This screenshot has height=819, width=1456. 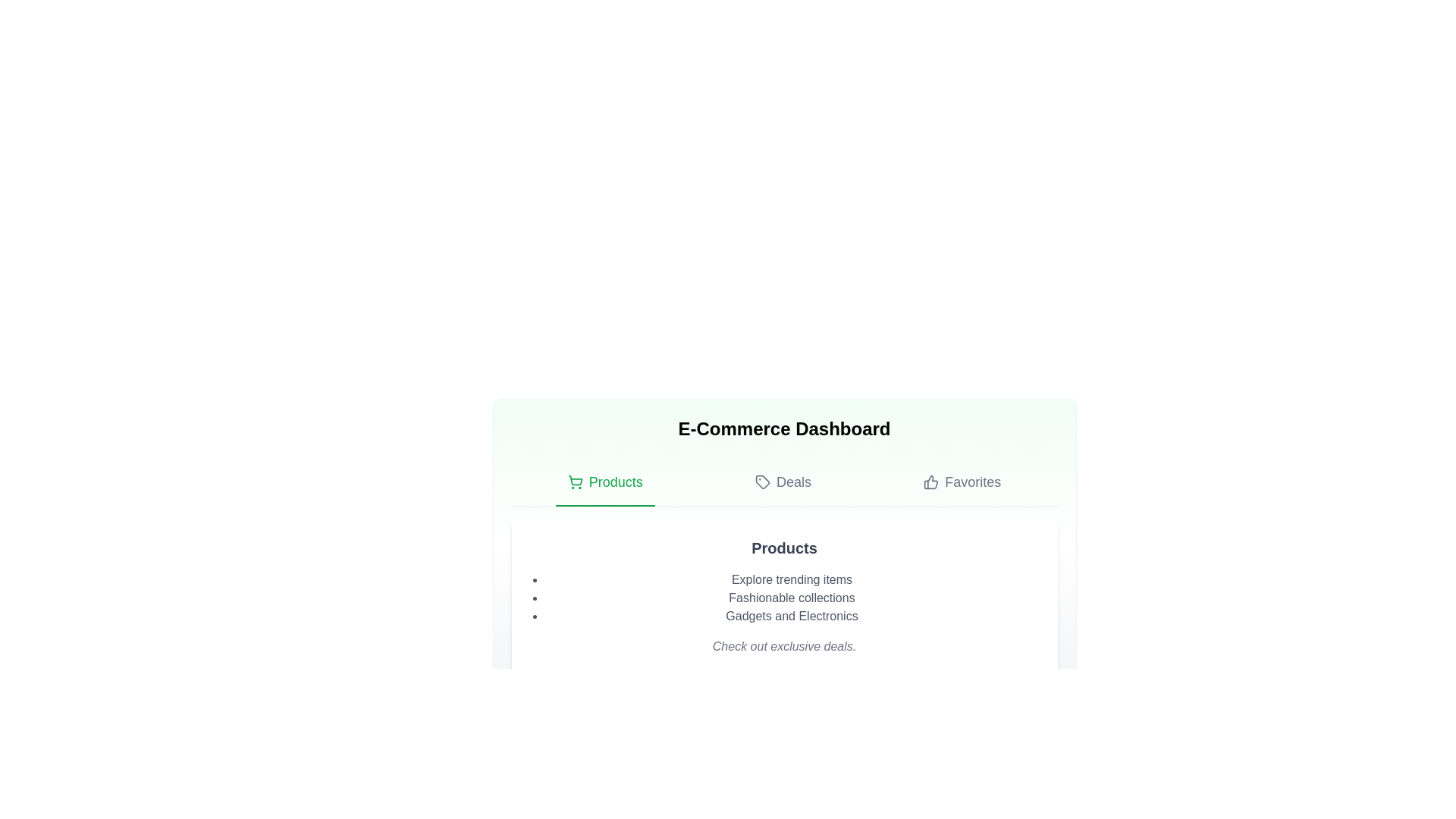 I want to click on the static text label displaying 'Fashionable collections', which is positioned centrally in the products section of the interface, between 'Explore trending items' and 'Gadgets and Electronics', so click(x=791, y=598).